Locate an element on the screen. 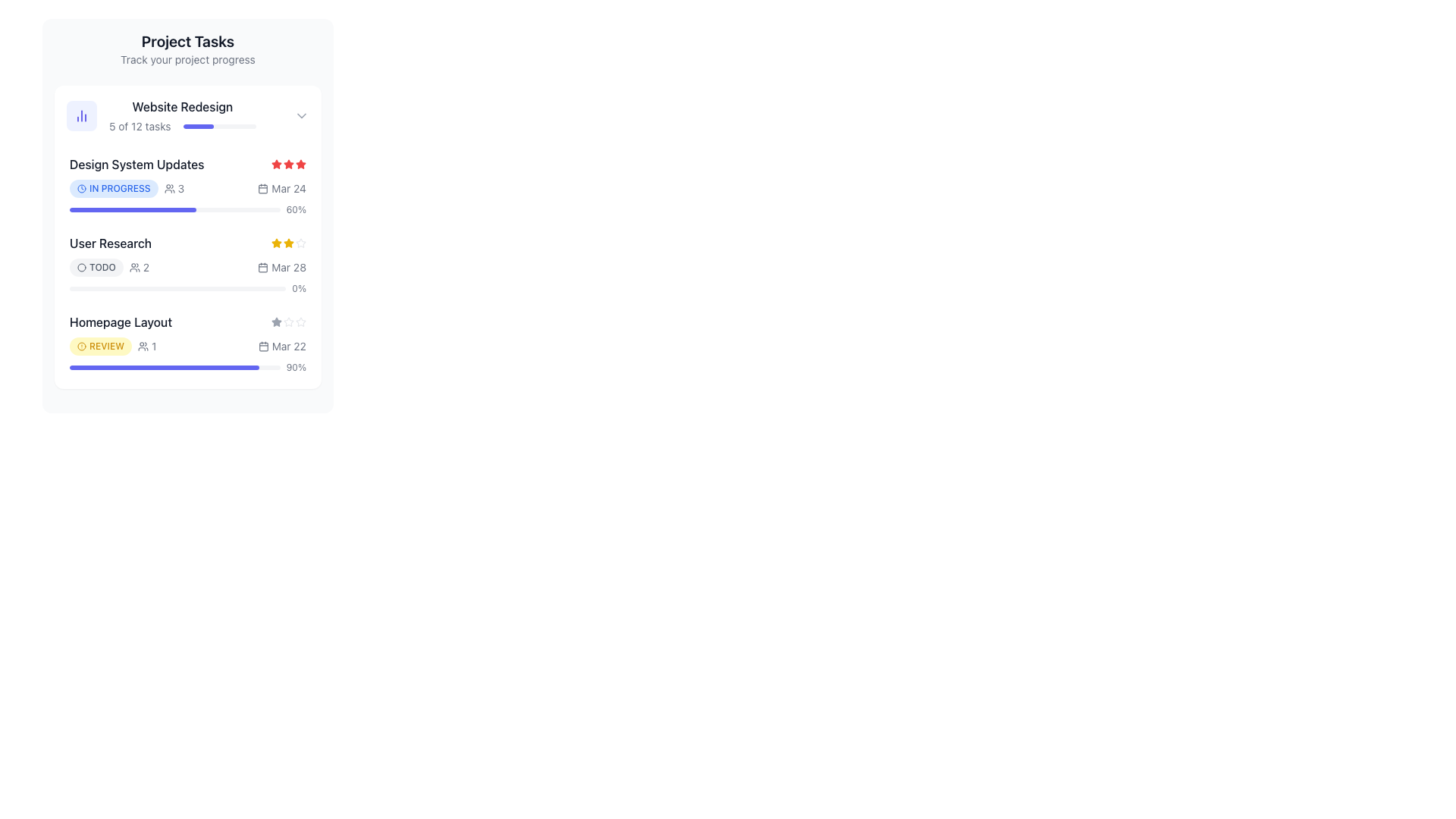 The height and width of the screenshot is (819, 1456). the status badge component located in the 'Homepage Layout' section of the 'Project Tasks' interface, which indicates the review status of a task or milestone is located at coordinates (112, 346).